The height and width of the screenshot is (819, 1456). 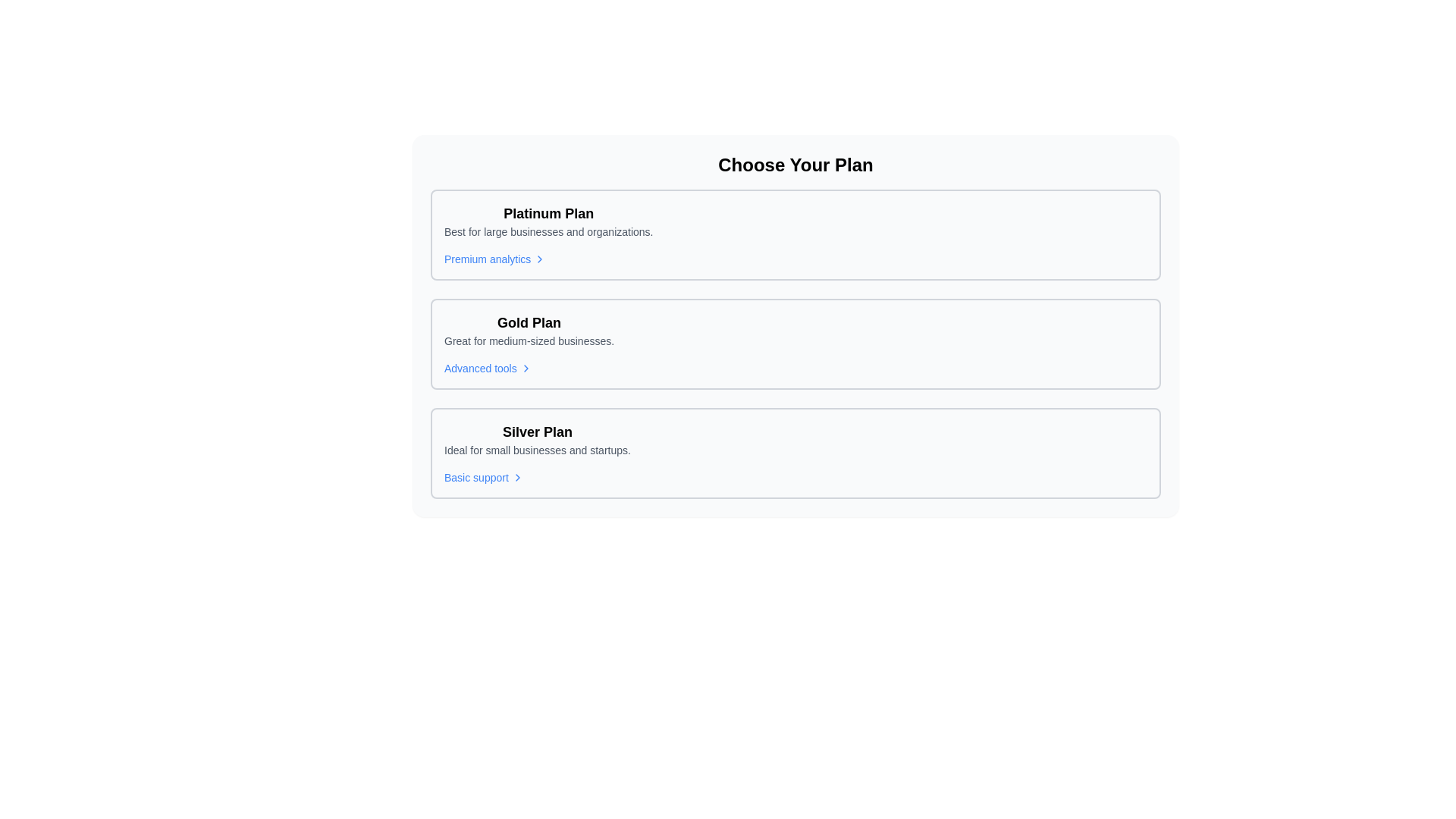 I want to click on the text that reads 'Ideal for small businesses and startups.' which is styled in a smaller font size and gray color, located below the 'Silver Plan' heading, so click(x=537, y=450).